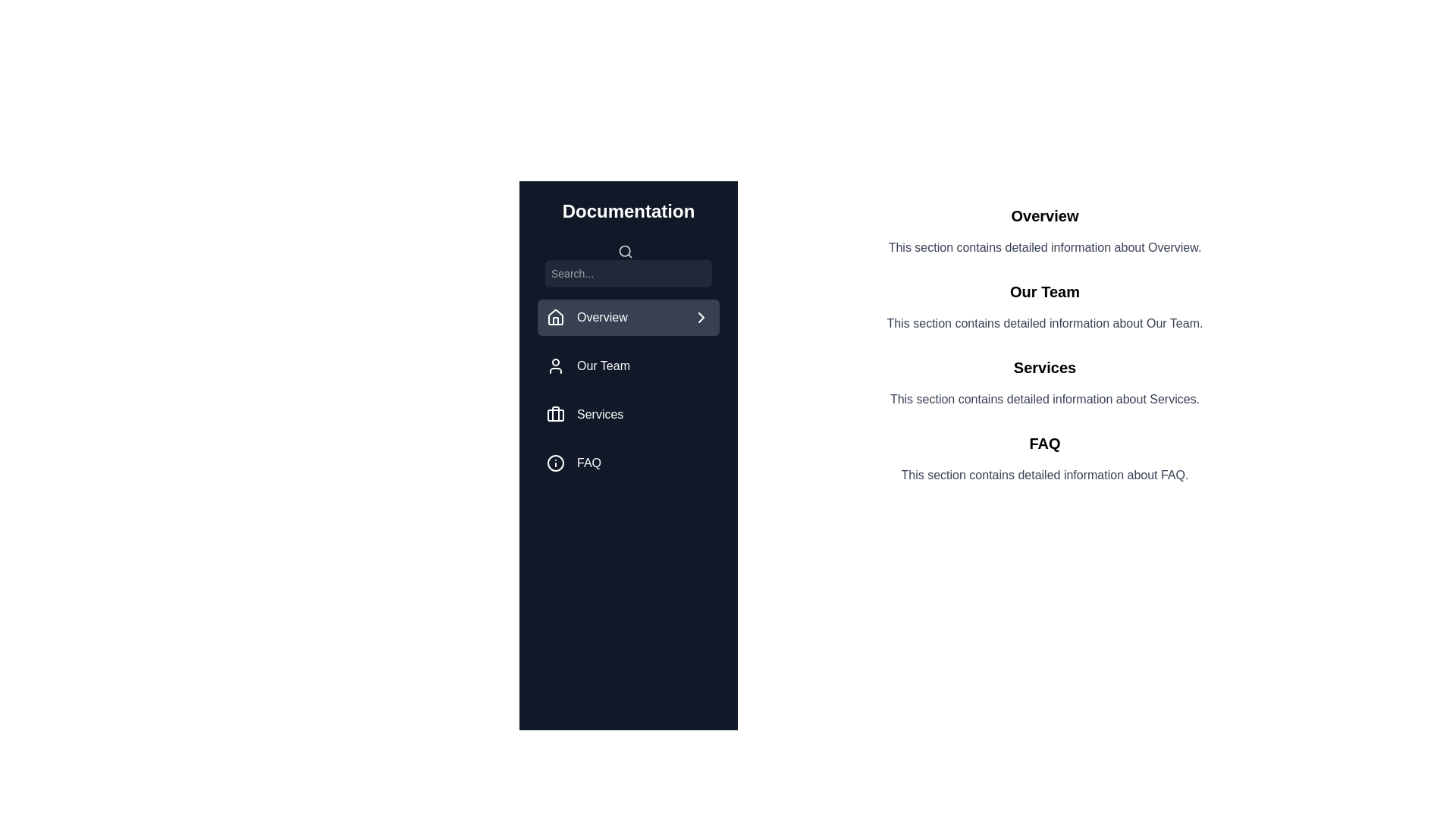  What do you see at coordinates (629, 366) in the screenshot?
I see `the 'Our Team' button in the navigation menu` at bounding box center [629, 366].